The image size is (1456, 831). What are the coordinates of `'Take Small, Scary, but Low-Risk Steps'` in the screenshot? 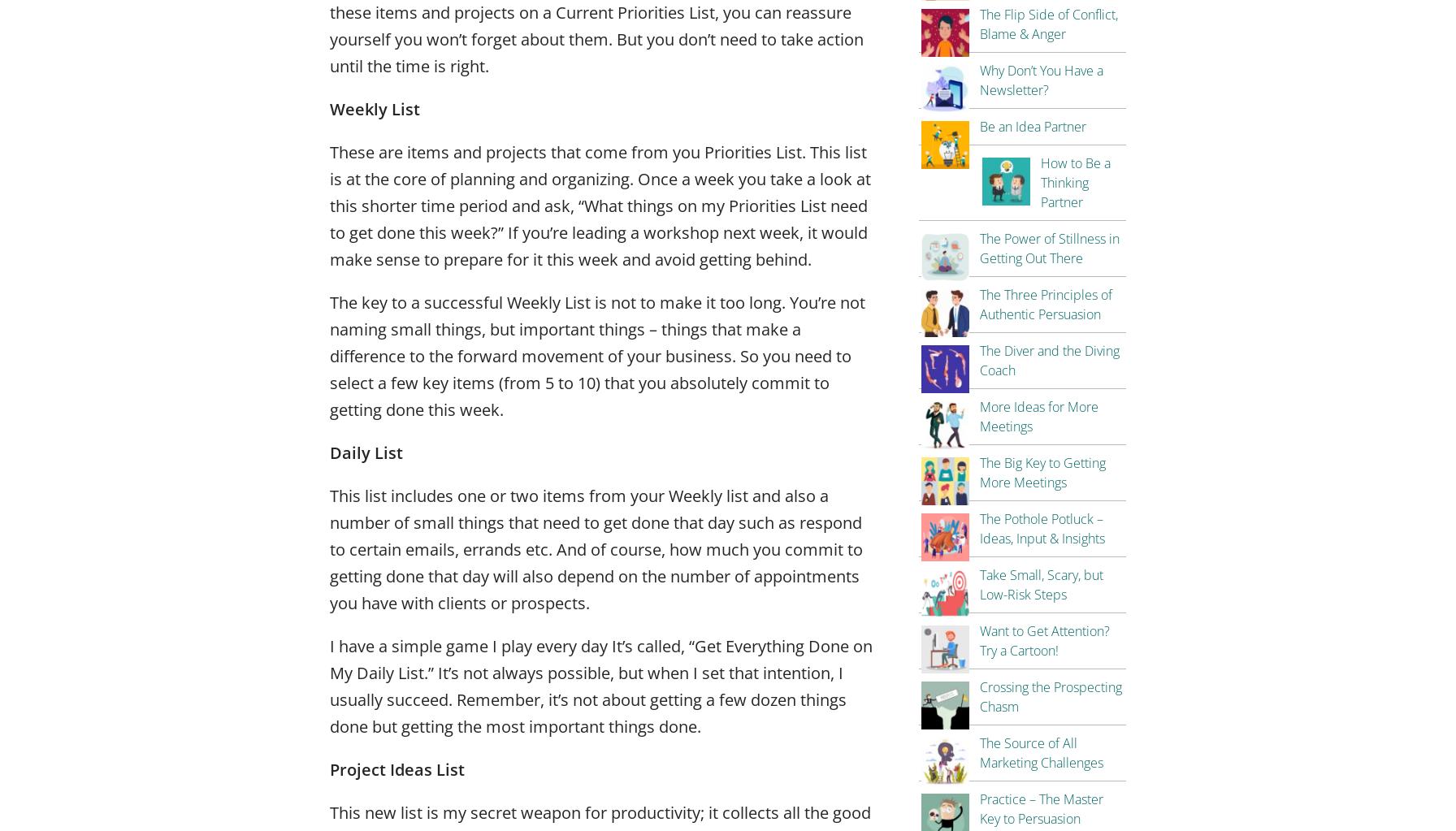 It's located at (980, 584).